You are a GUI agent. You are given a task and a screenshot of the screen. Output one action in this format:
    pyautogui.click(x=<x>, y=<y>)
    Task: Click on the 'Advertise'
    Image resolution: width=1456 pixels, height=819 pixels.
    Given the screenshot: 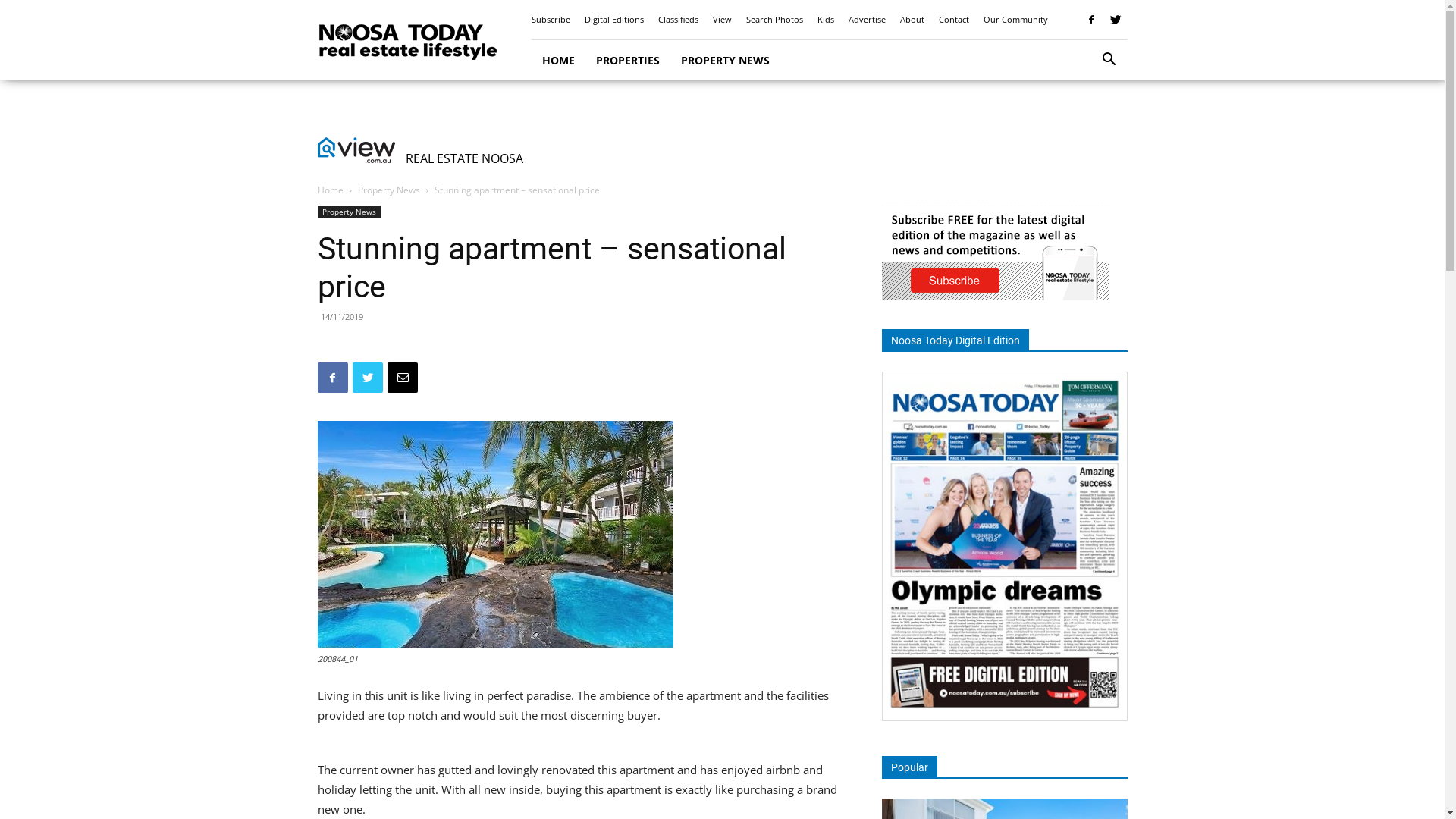 What is the action you would take?
    pyautogui.click(x=866, y=19)
    